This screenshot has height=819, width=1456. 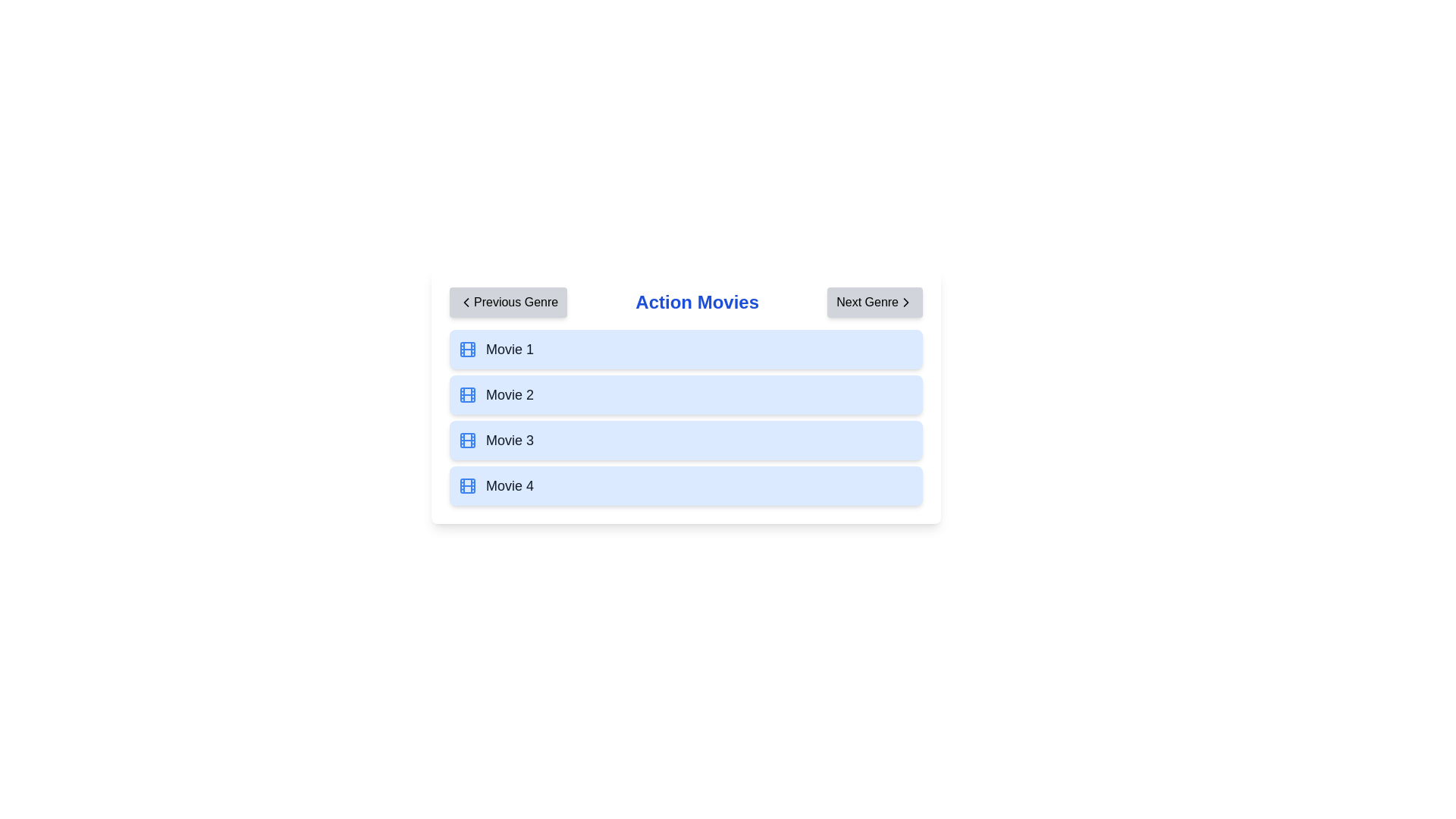 What do you see at coordinates (696, 302) in the screenshot?
I see `the bold, large-sized blue text saying 'Action Movies' which is centrally positioned in the navigation bar between 'Previous Genre' and 'Next Genre' buttons` at bounding box center [696, 302].